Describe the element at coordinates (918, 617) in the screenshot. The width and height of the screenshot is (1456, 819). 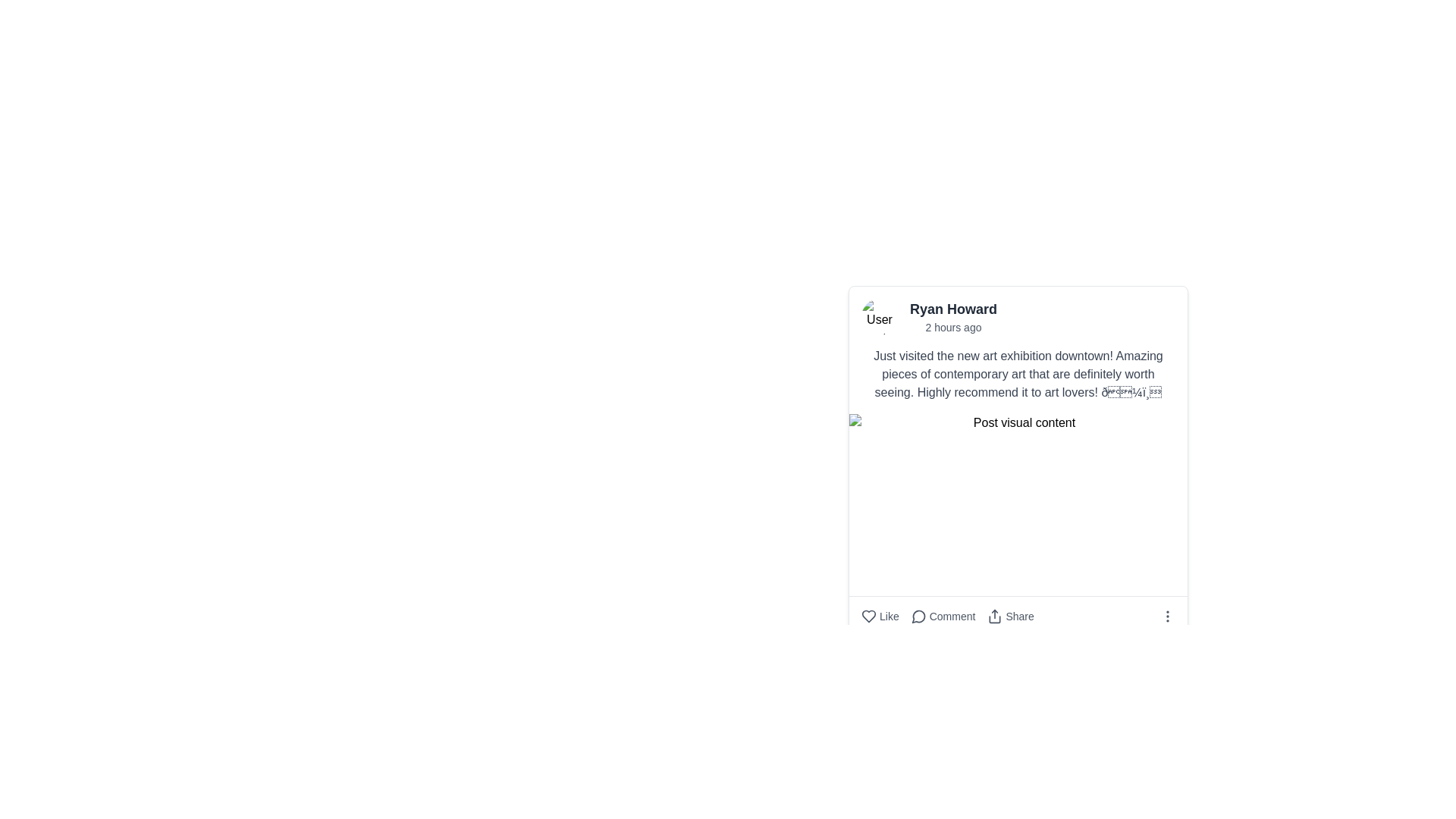
I see `the circular speech bubble icon located at the bottom of the post` at that location.